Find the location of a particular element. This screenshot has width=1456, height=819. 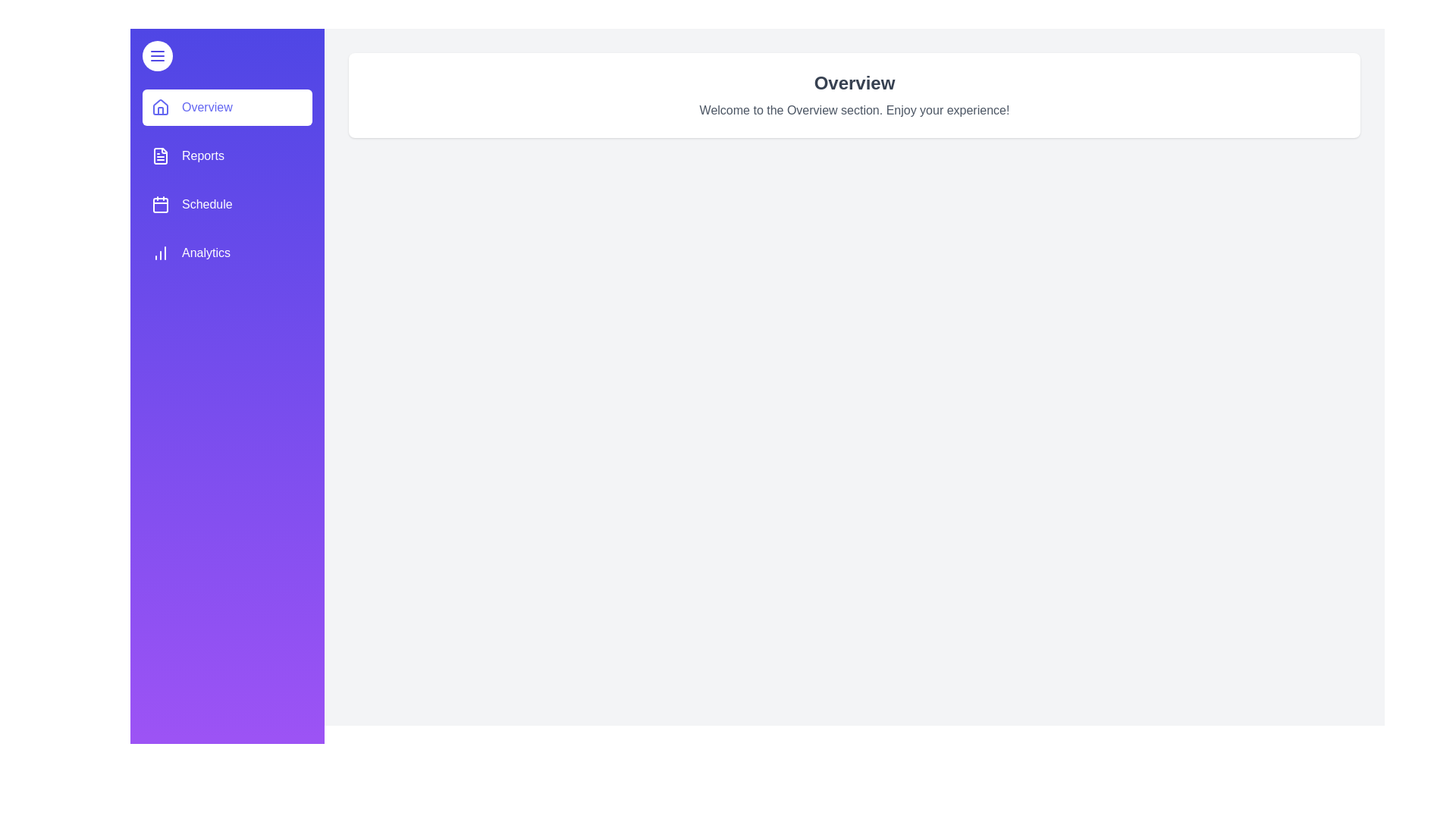

toggle button at the top-left corner of the drawer to toggle it open or closed is located at coordinates (157, 55).